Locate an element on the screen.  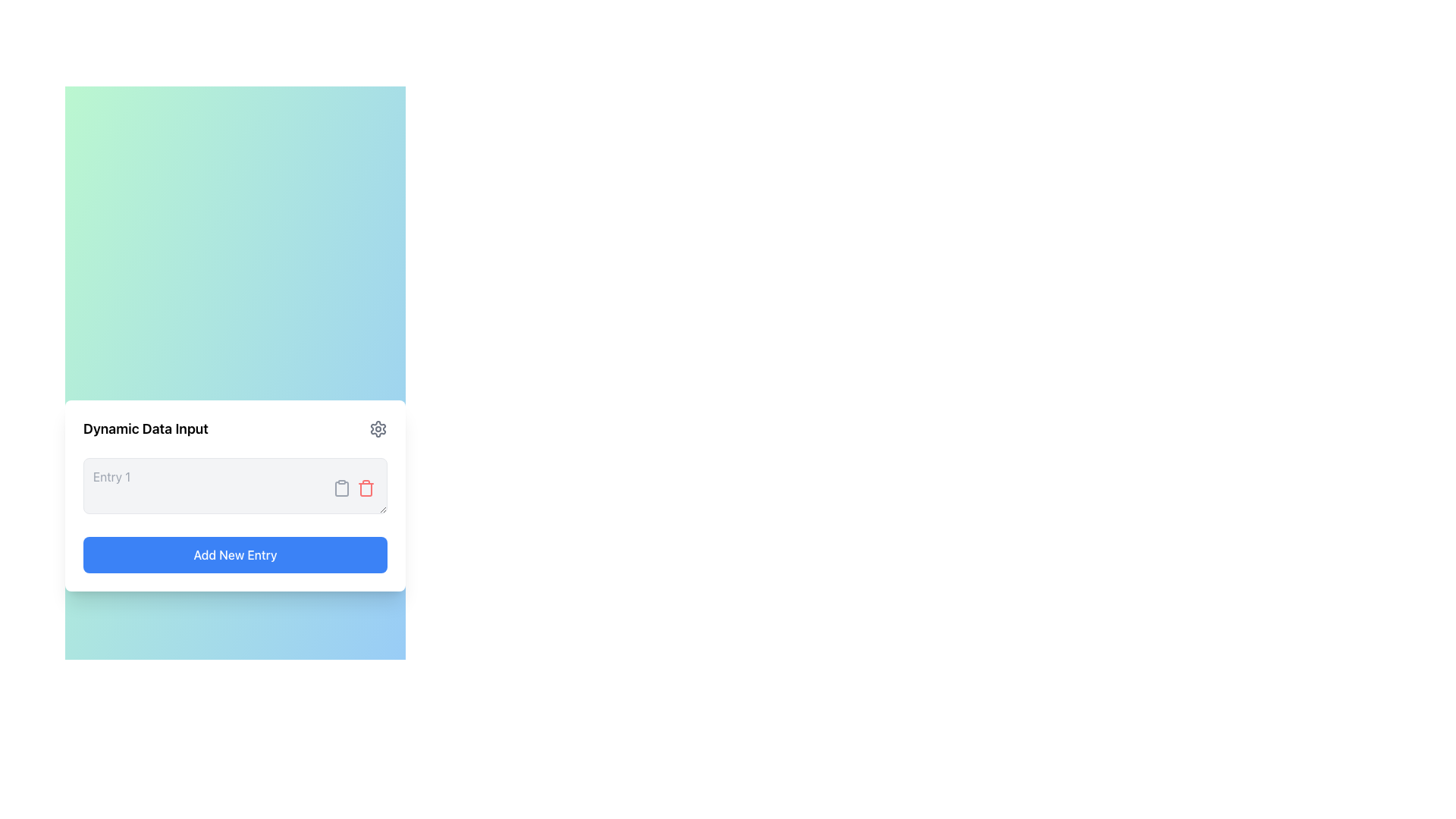
the label that serves as a title or heading for the surrounding section, located at the top-left corner of the user interface panel is located at coordinates (146, 429).